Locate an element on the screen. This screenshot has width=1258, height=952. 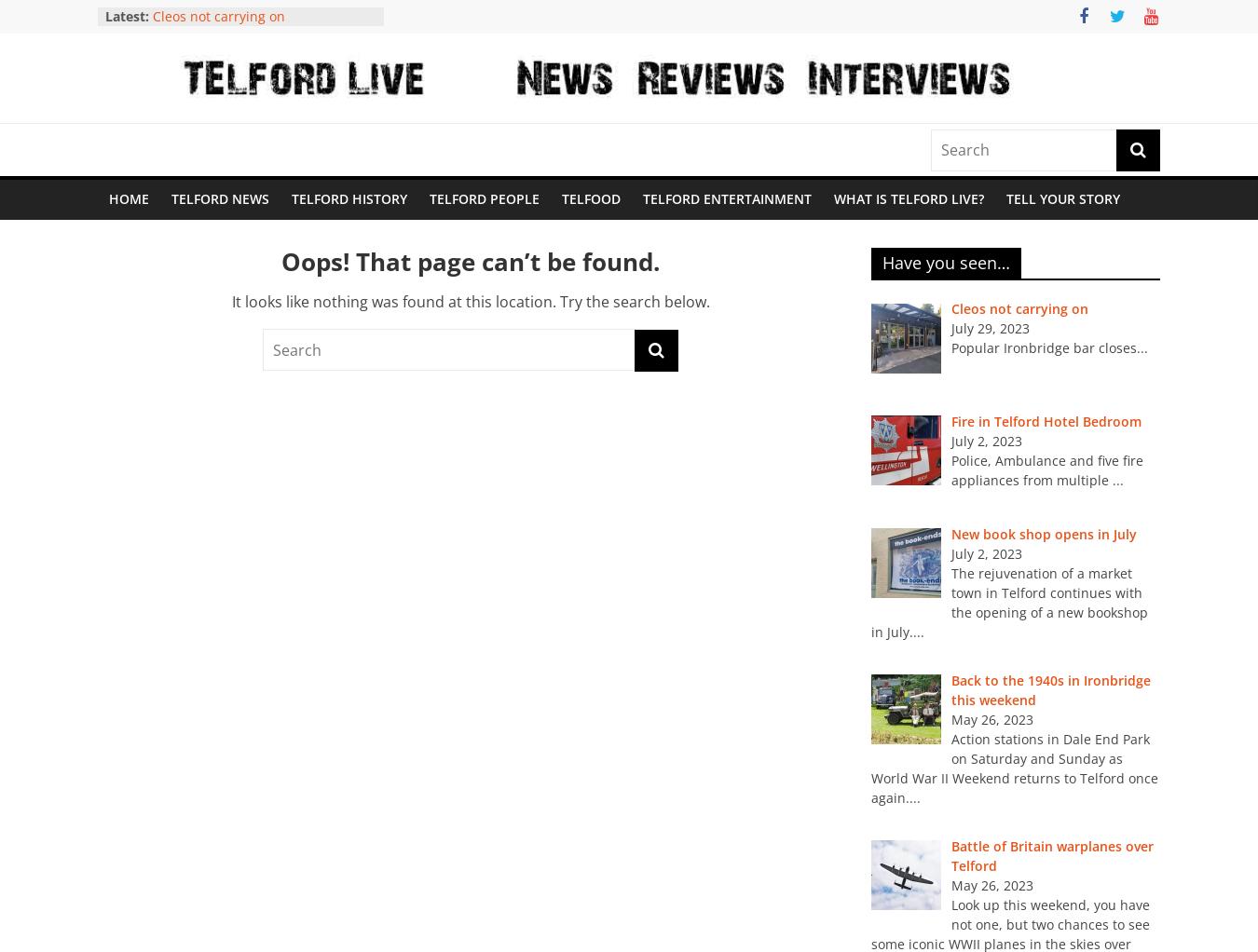
'Popular Ironbridge bar closes' is located at coordinates (1043, 347).